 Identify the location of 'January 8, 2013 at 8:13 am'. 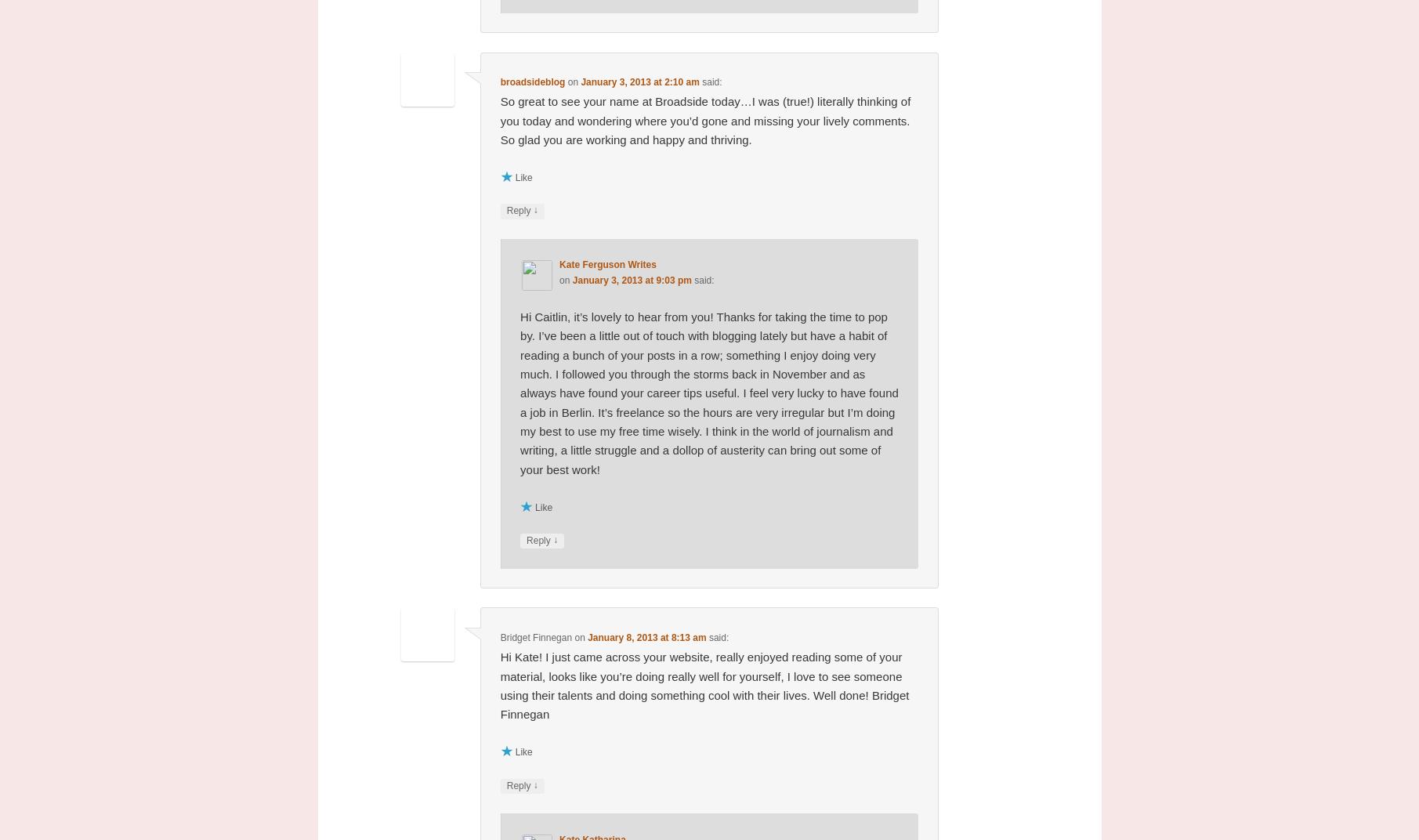
(646, 636).